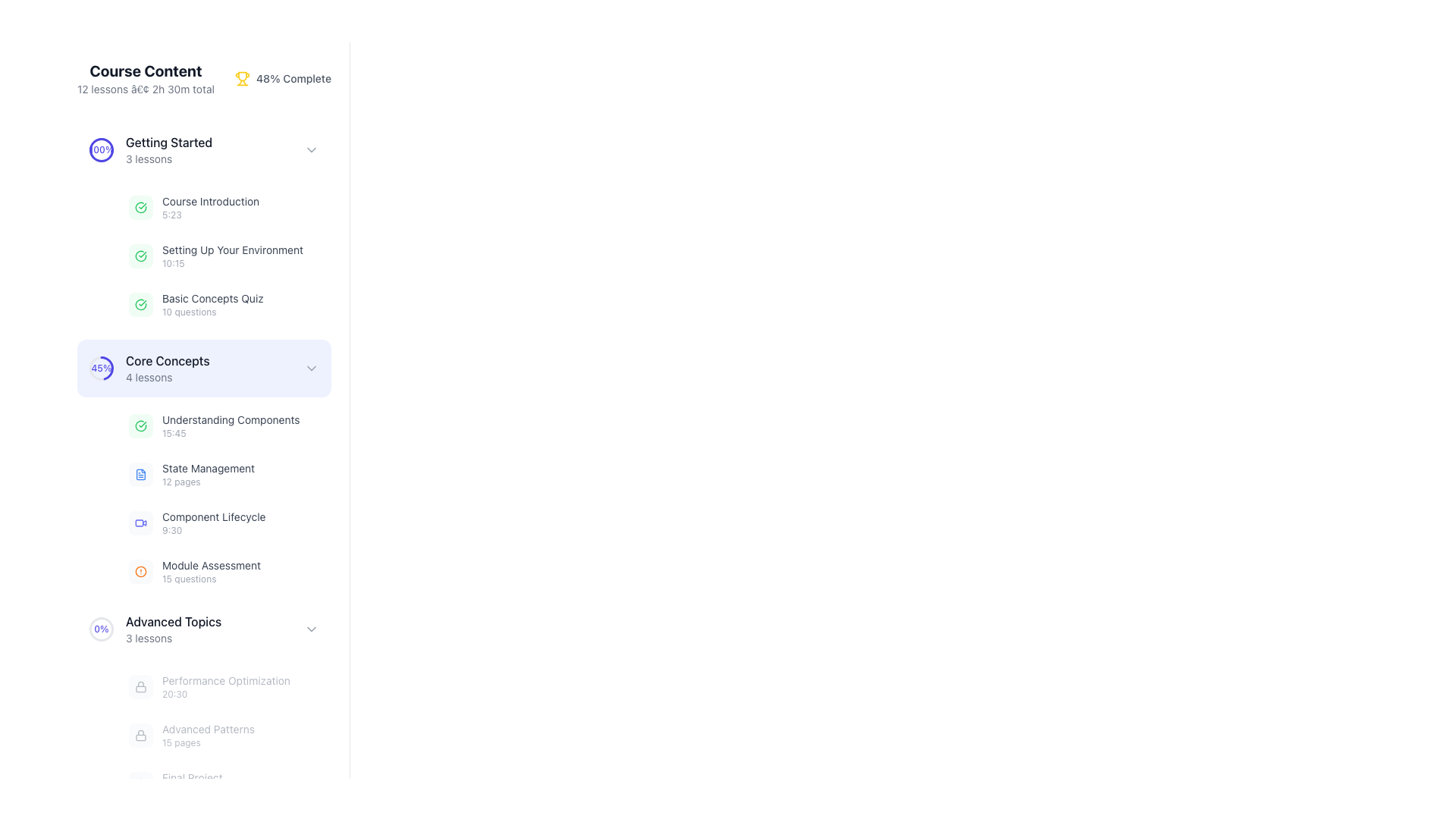  What do you see at coordinates (168, 360) in the screenshot?
I see `the static text label for the 'Core Concepts' section, which is positioned near the top-left corner of the interface` at bounding box center [168, 360].